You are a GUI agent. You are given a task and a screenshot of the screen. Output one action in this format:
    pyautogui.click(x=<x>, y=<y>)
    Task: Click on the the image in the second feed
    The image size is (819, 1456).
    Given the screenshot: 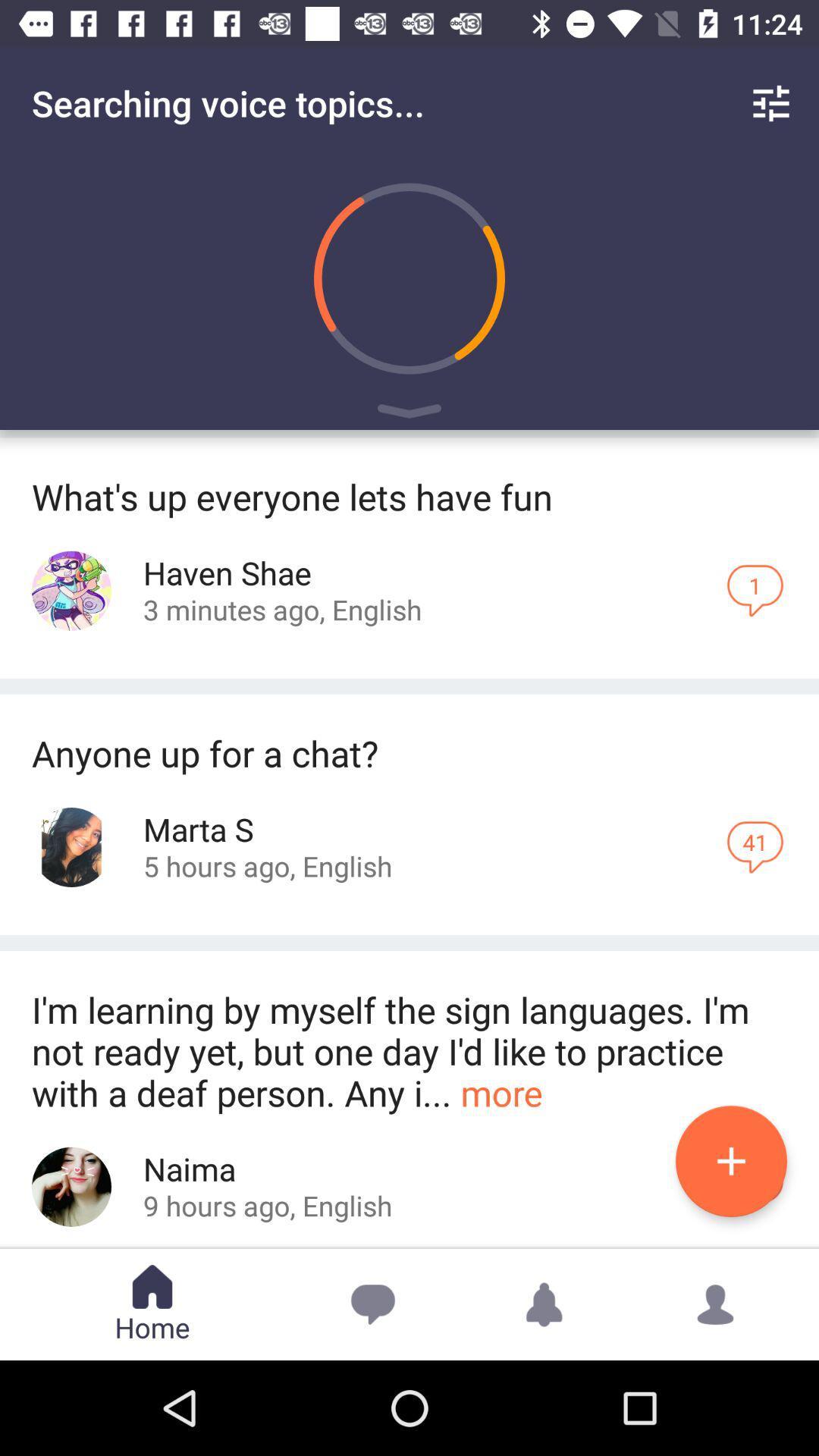 What is the action you would take?
    pyautogui.click(x=71, y=846)
    